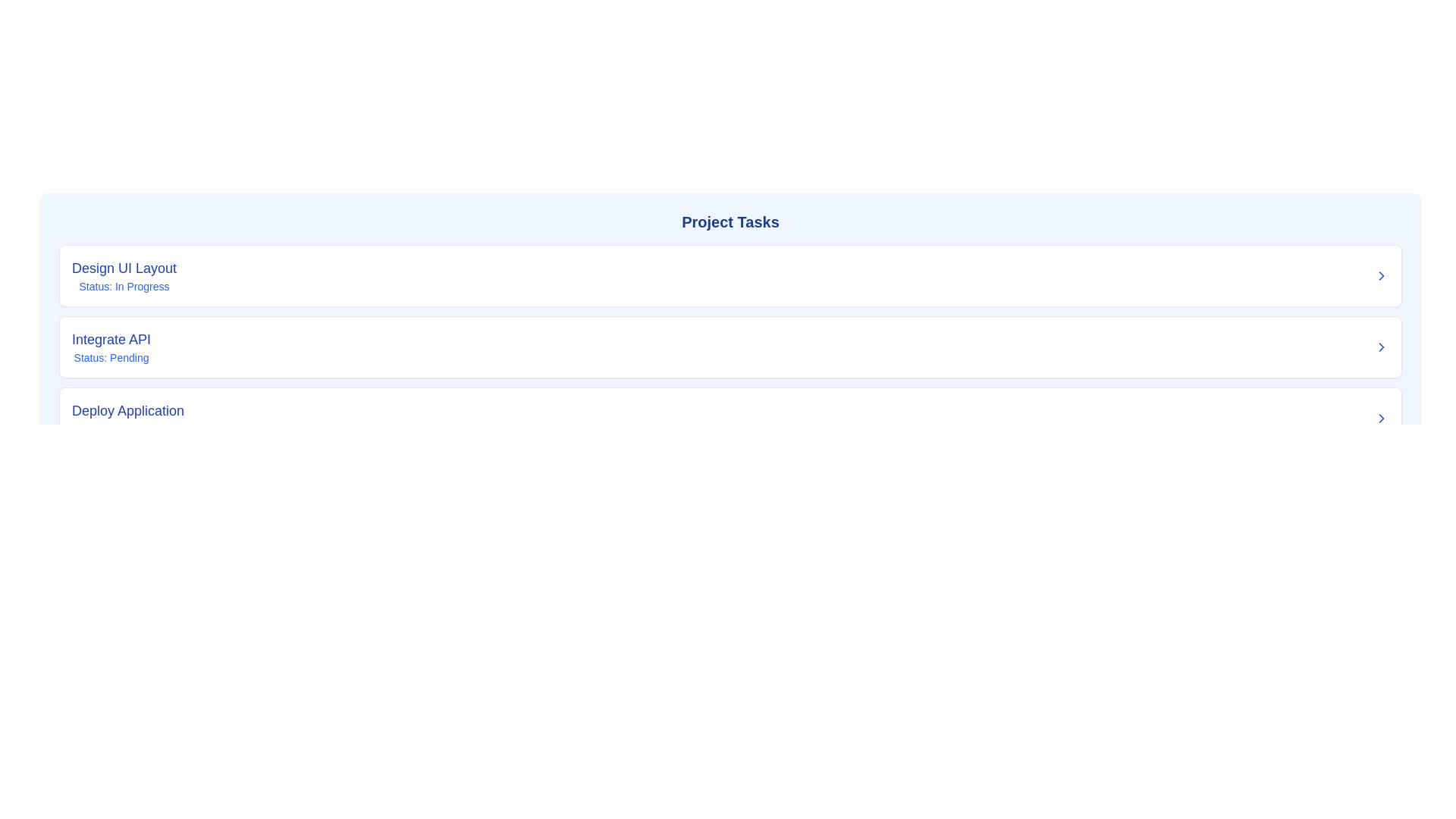  Describe the element at coordinates (111, 357) in the screenshot. I see `text content of the status display for the task 'Integrate API', which indicates its current state as 'Pending'` at that location.